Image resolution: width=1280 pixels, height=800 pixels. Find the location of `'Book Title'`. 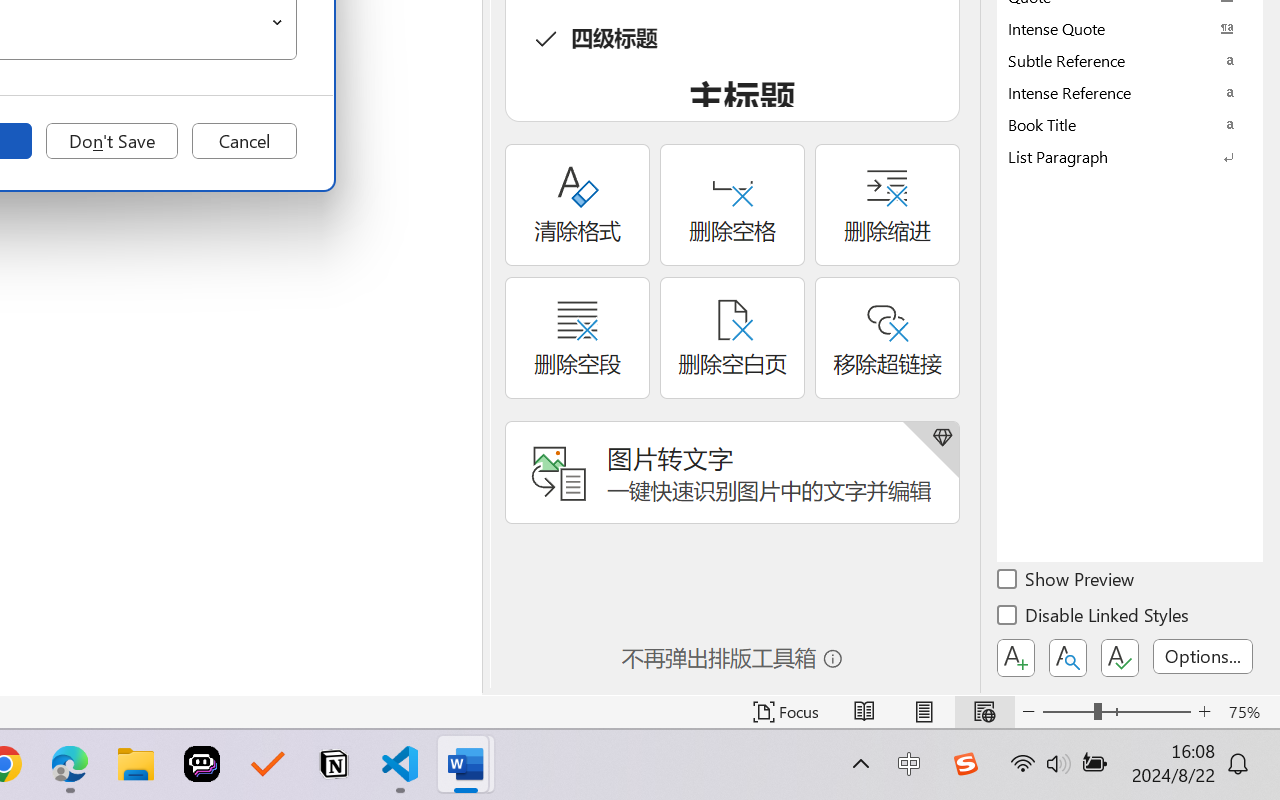

'Book Title' is located at coordinates (1130, 123).